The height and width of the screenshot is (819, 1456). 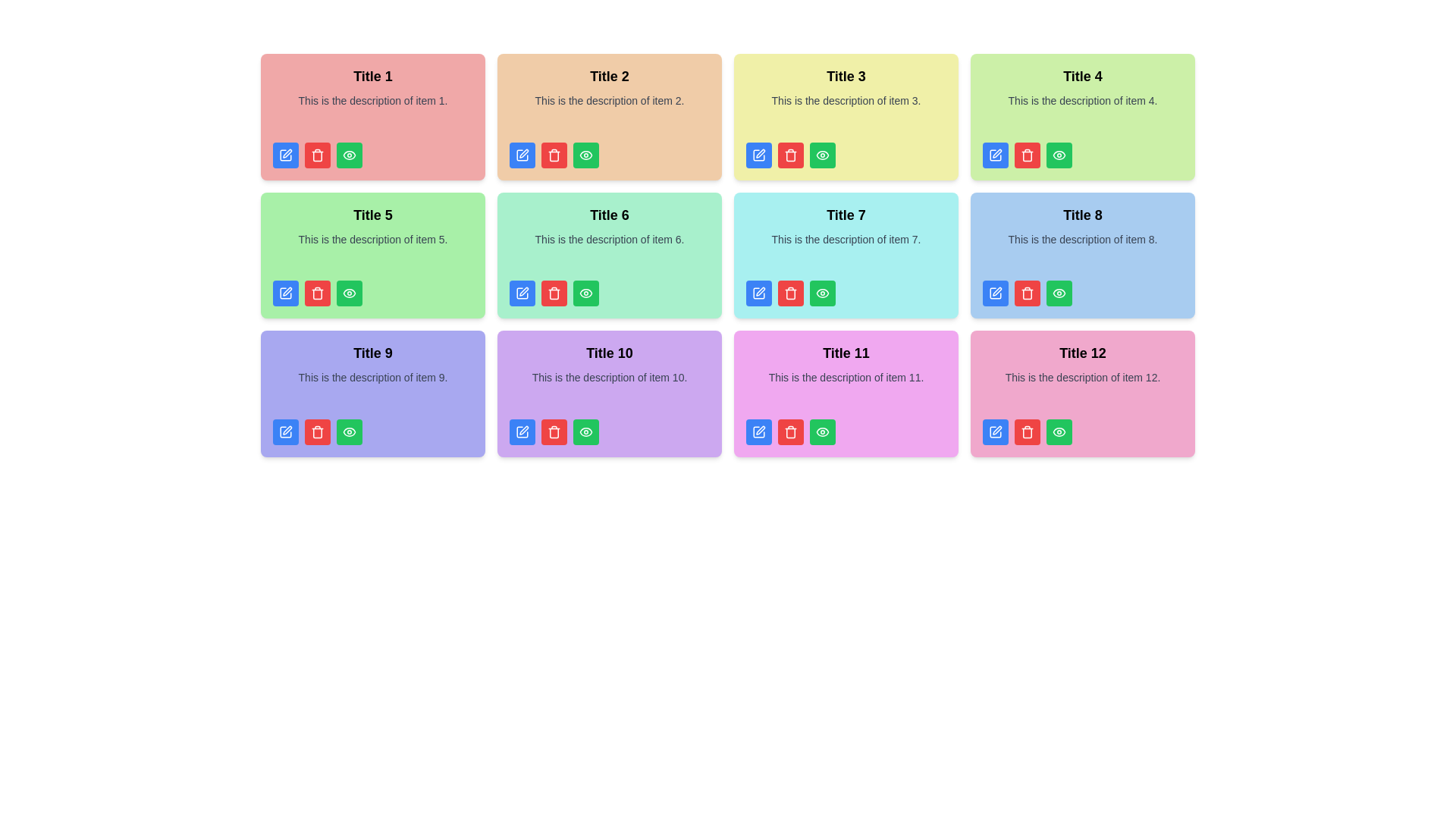 What do you see at coordinates (348, 293) in the screenshot?
I see `the third button in the action buttons row associated with 'Title 5'` at bounding box center [348, 293].